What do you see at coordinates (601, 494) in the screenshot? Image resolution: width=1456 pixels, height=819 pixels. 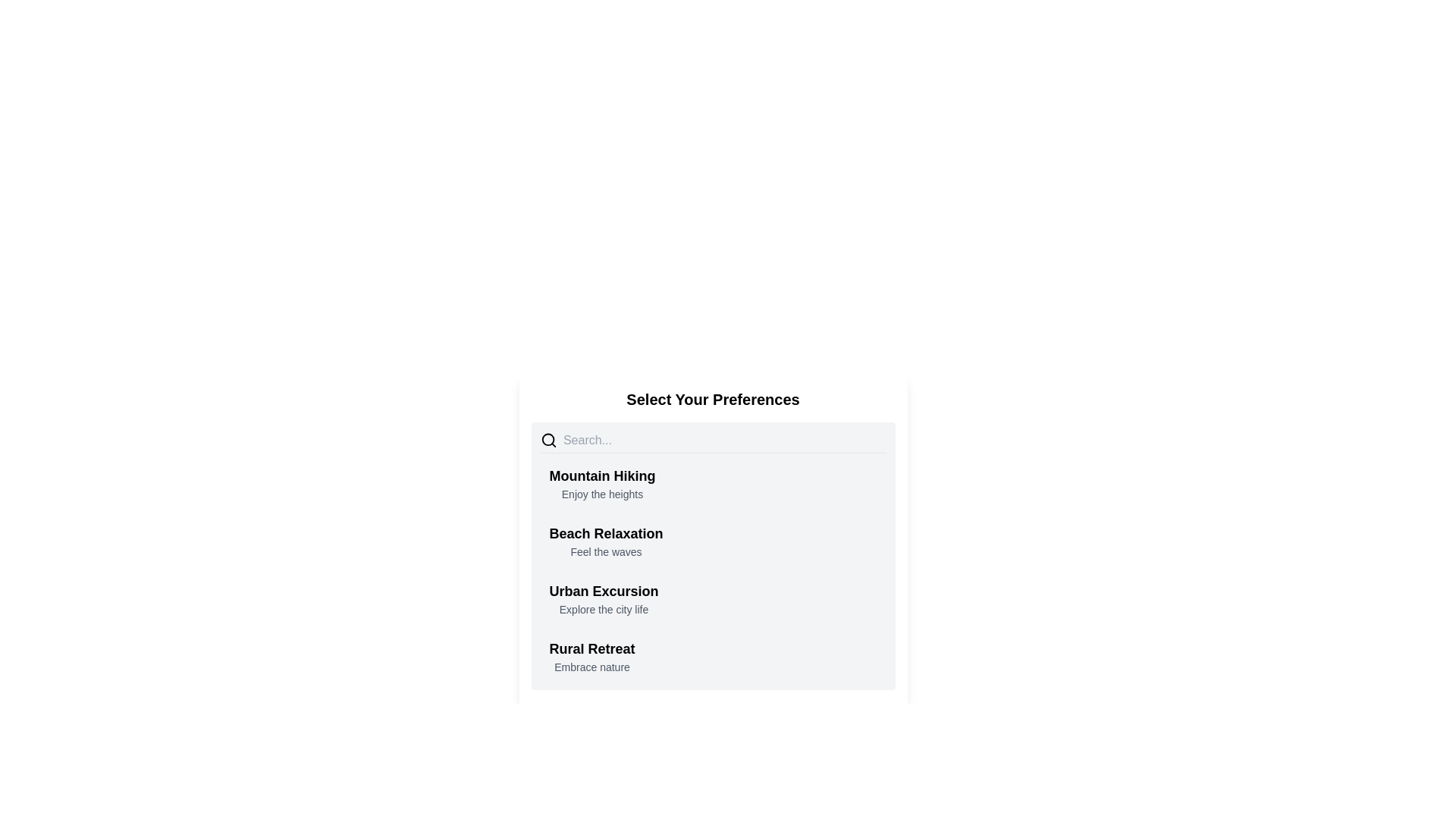 I see `the text providing additional information supporting the 'Mountain Hiking' option, positioned immediately below the 'Mountain Hiking' header` at bounding box center [601, 494].